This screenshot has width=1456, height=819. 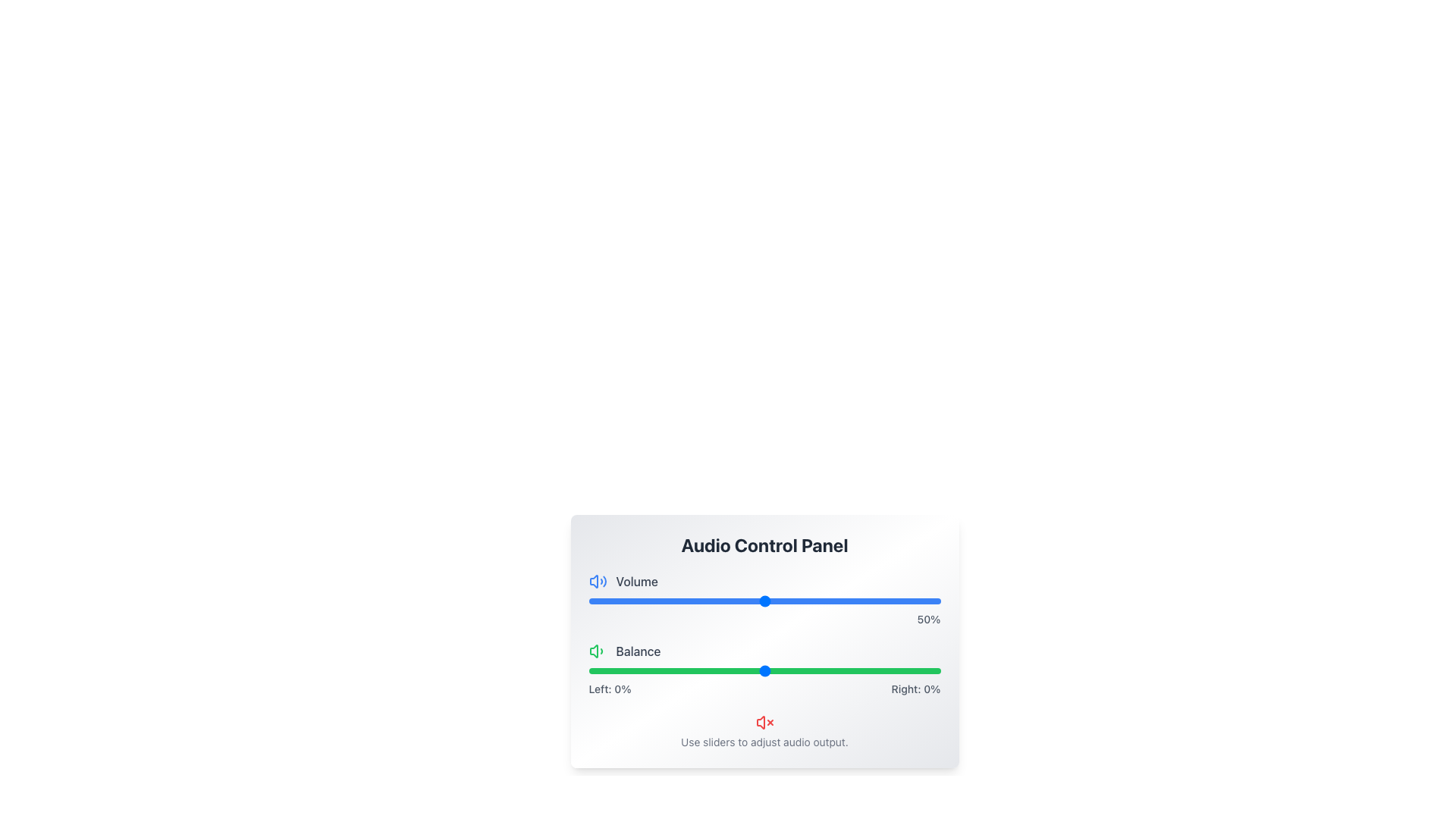 I want to click on the slider value, so click(x=701, y=601).